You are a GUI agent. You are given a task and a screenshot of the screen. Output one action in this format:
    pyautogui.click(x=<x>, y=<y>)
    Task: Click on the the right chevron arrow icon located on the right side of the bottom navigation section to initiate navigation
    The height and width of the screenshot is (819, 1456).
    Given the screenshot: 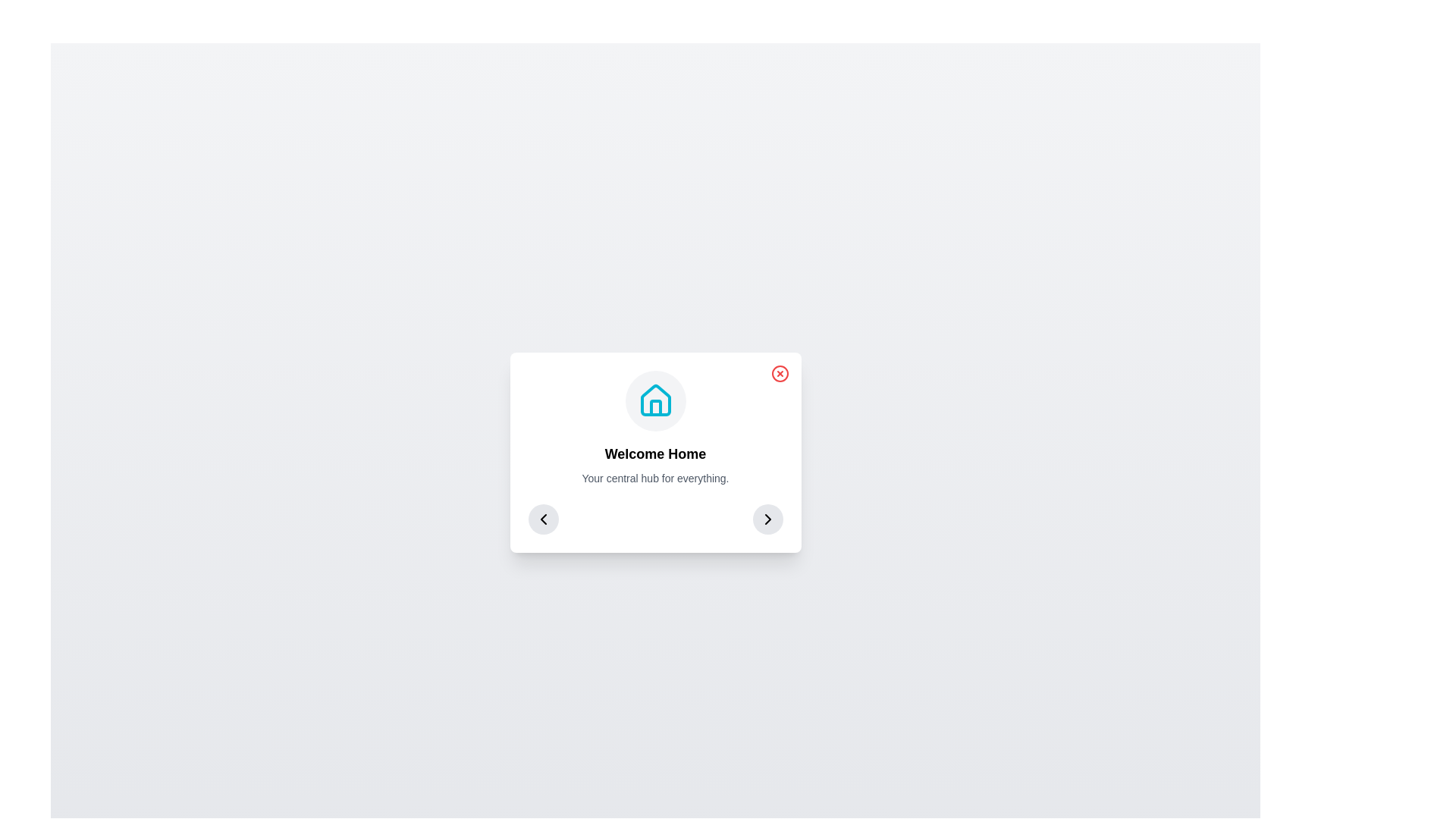 What is the action you would take?
    pyautogui.click(x=767, y=519)
    